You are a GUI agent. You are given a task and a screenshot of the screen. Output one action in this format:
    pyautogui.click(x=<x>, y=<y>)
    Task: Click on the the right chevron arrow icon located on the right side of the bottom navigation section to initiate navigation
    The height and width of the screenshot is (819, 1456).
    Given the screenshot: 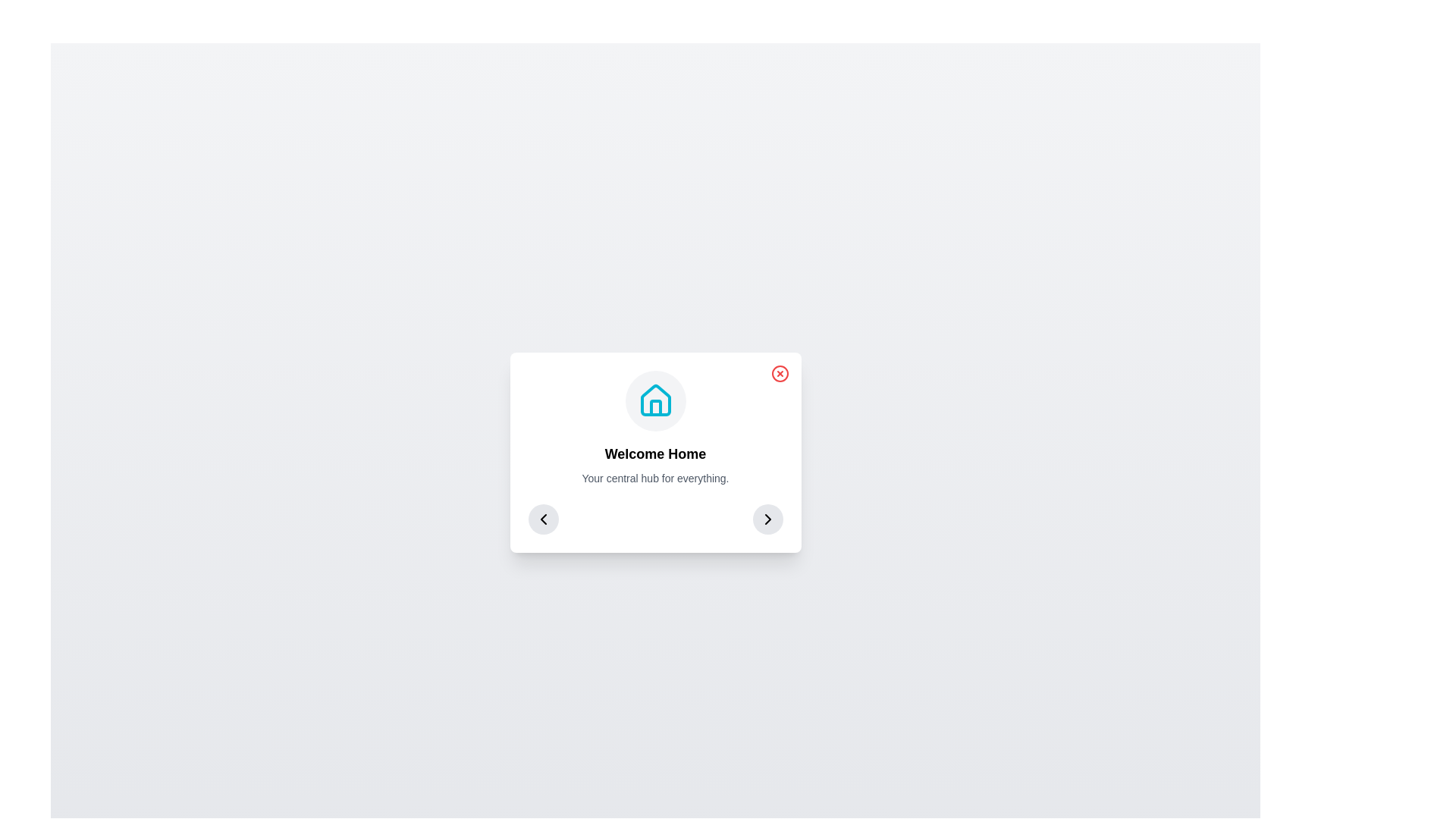 What is the action you would take?
    pyautogui.click(x=767, y=519)
    